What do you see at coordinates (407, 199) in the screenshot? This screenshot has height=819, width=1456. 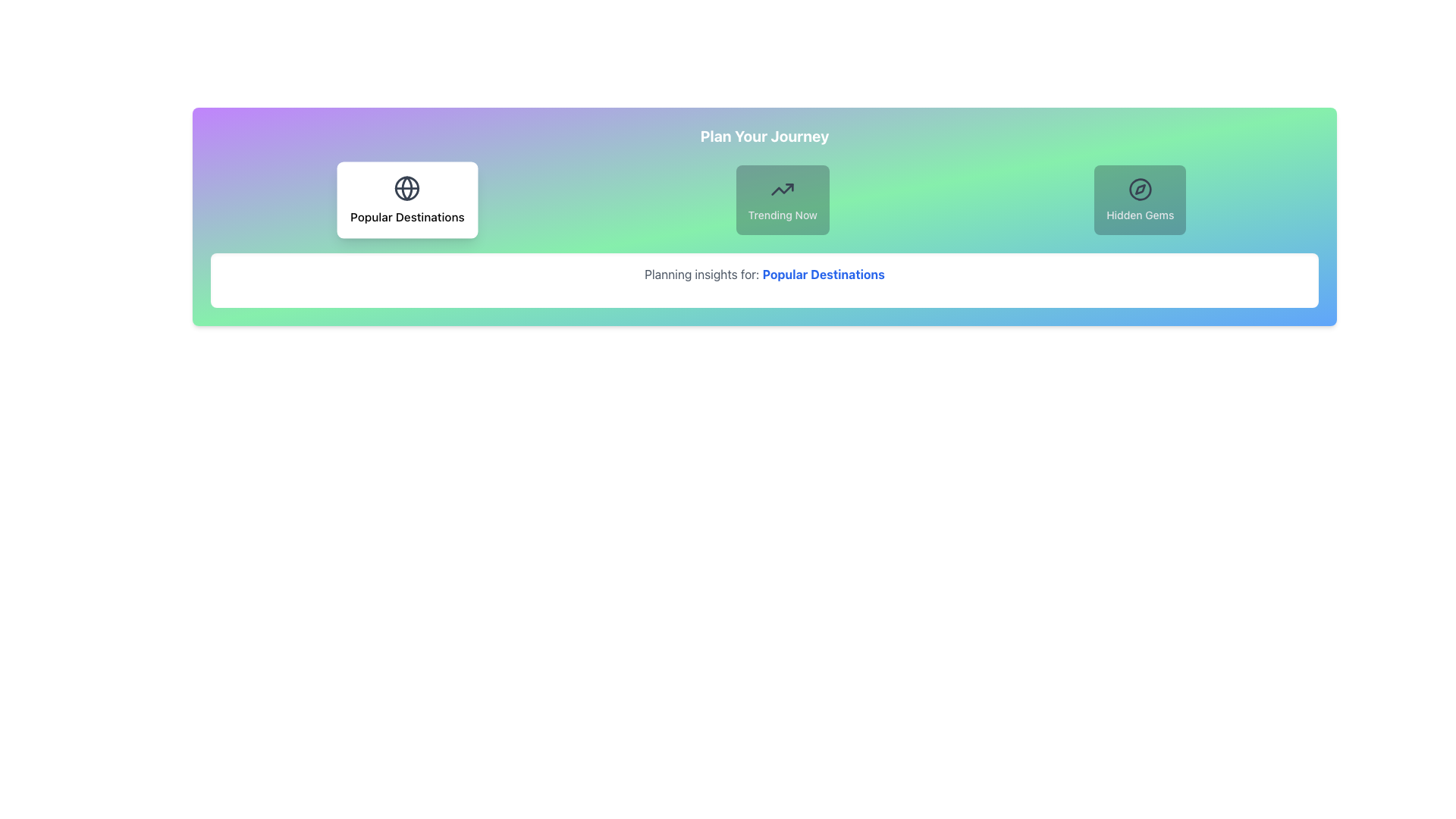 I see `the 'Popular Destinations' button, which is the first card in a horizontal row featuring a globe icon and black sans-serif text` at bounding box center [407, 199].